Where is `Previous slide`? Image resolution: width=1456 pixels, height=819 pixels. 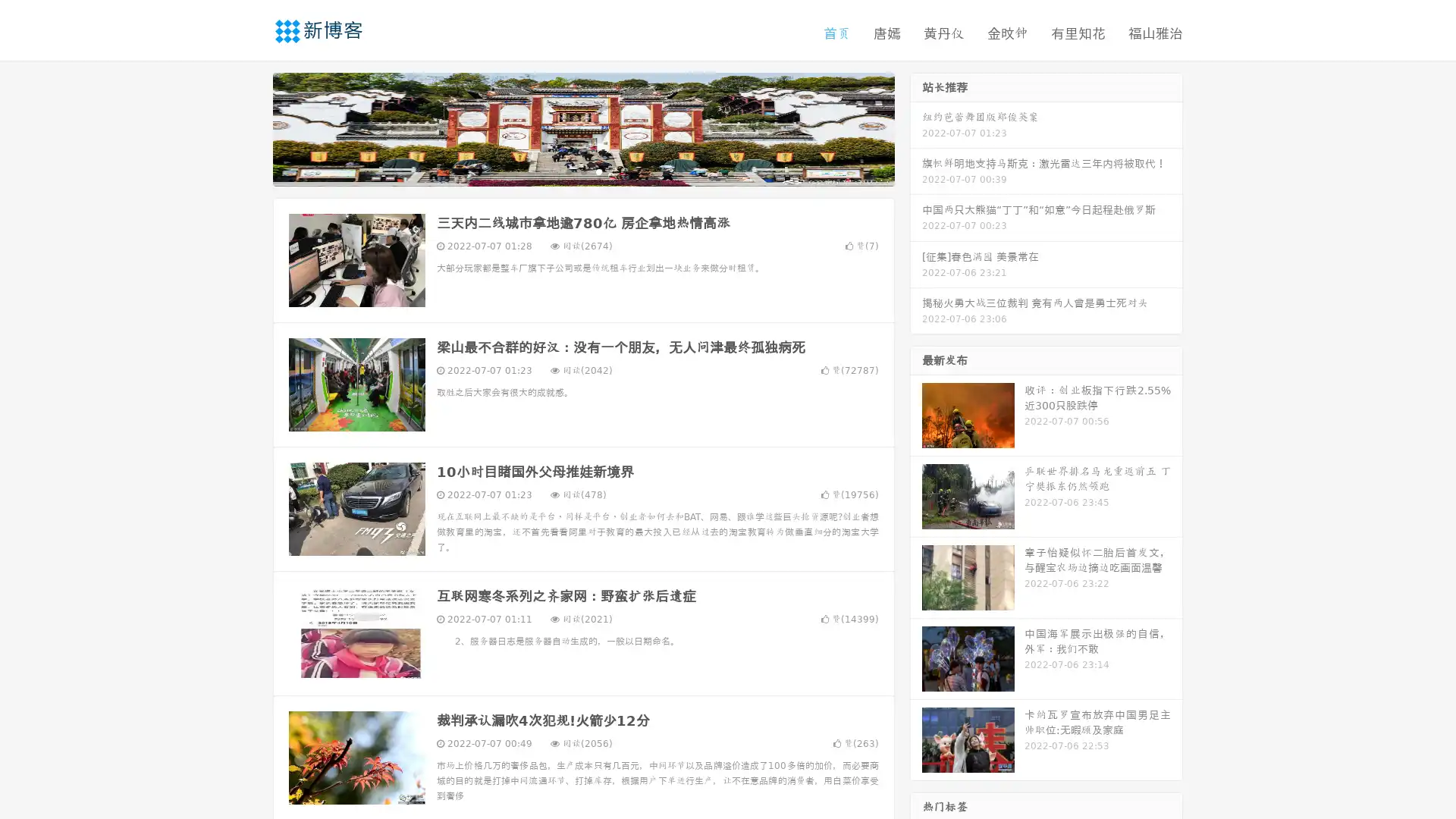
Previous slide is located at coordinates (250, 127).